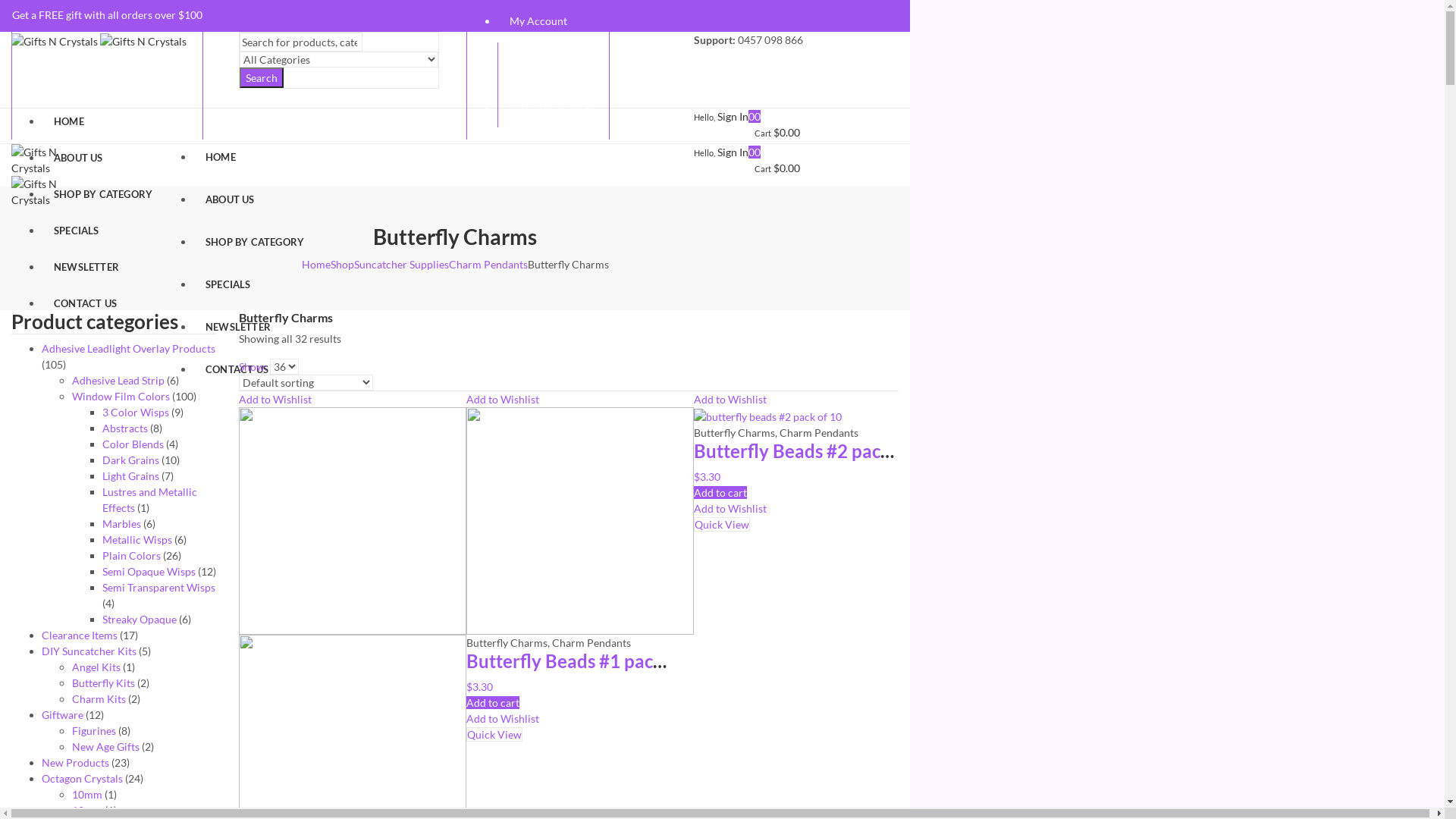 Image resolution: width=1456 pixels, height=819 pixels. Describe the element at coordinates (135, 412) in the screenshot. I see `'3 Color Wisps'` at that location.